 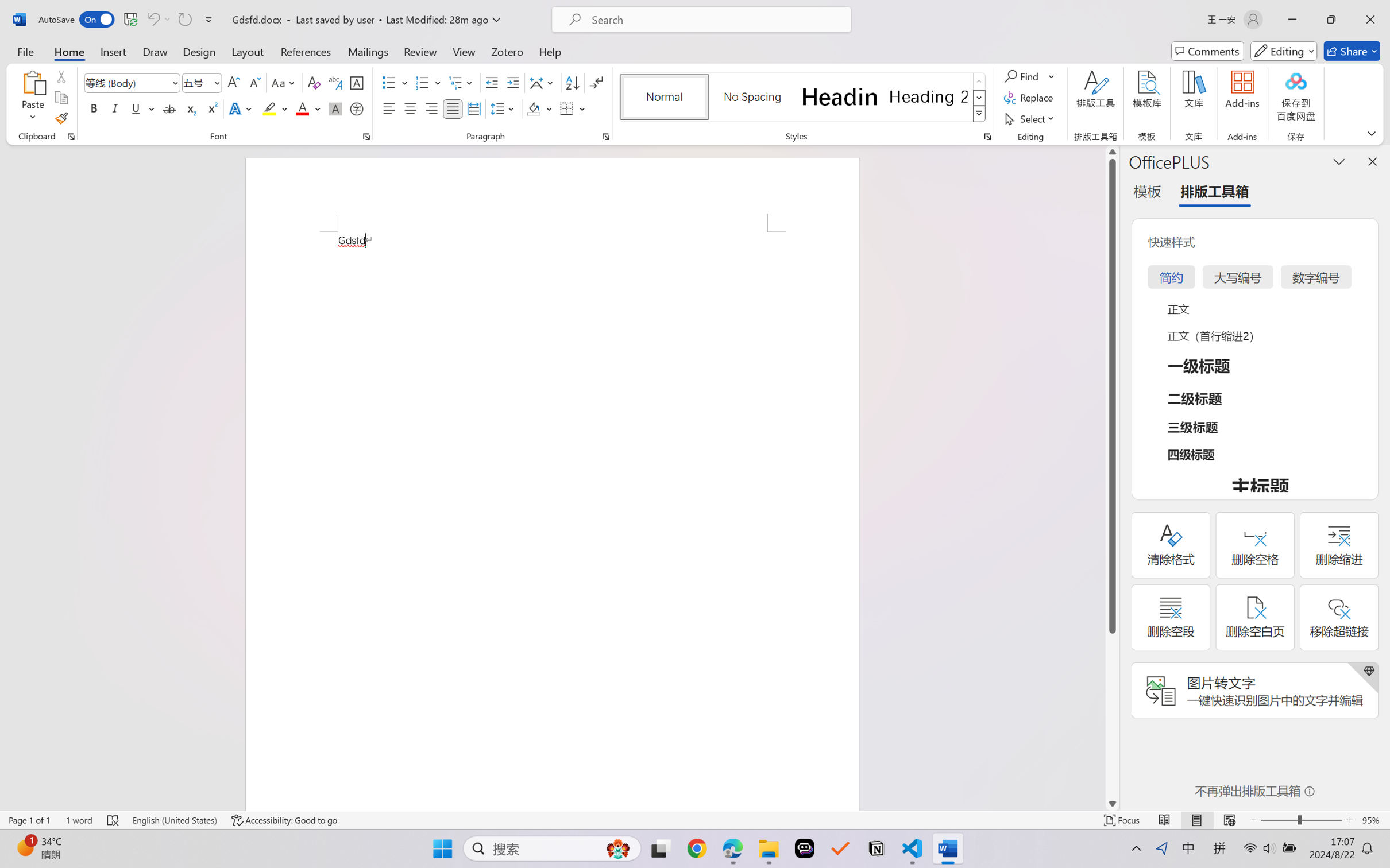 What do you see at coordinates (1112, 715) in the screenshot?
I see `'Page down'` at bounding box center [1112, 715].